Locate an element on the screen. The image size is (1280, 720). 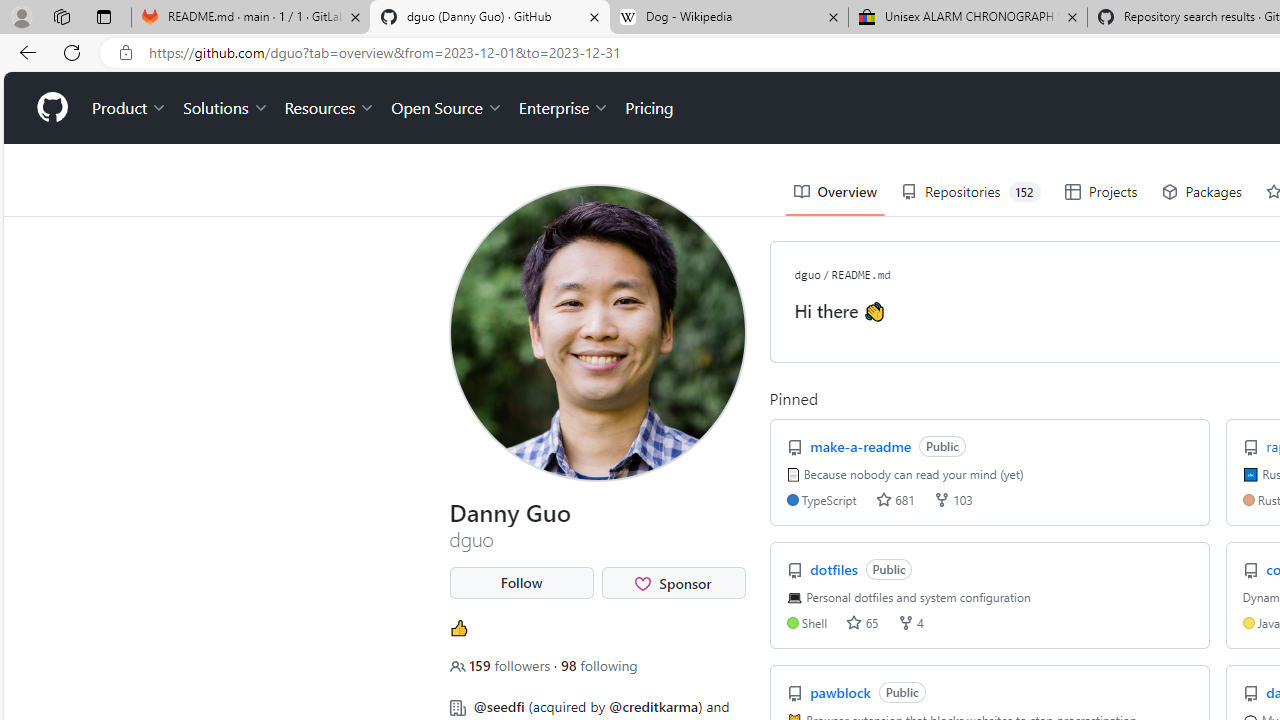
'Pricing' is located at coordinates (649, 108).